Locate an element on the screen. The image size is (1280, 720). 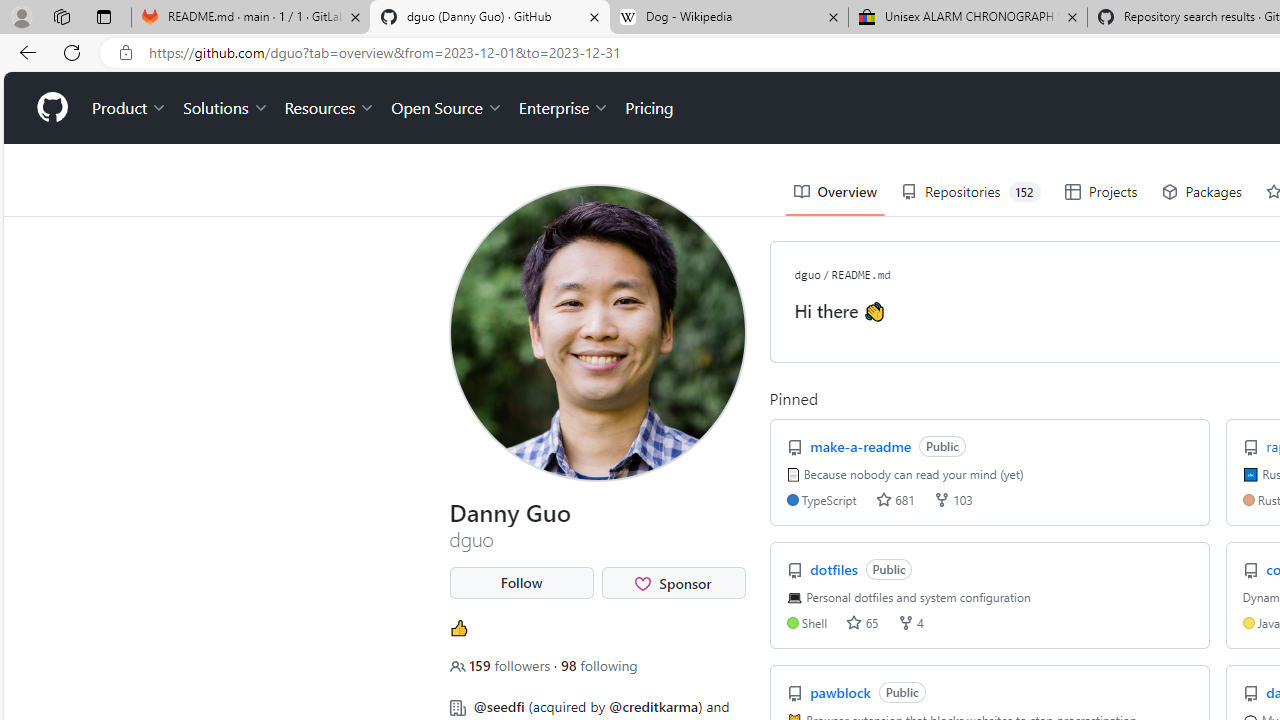
'Pricing' is located at coordinates (649, 108).